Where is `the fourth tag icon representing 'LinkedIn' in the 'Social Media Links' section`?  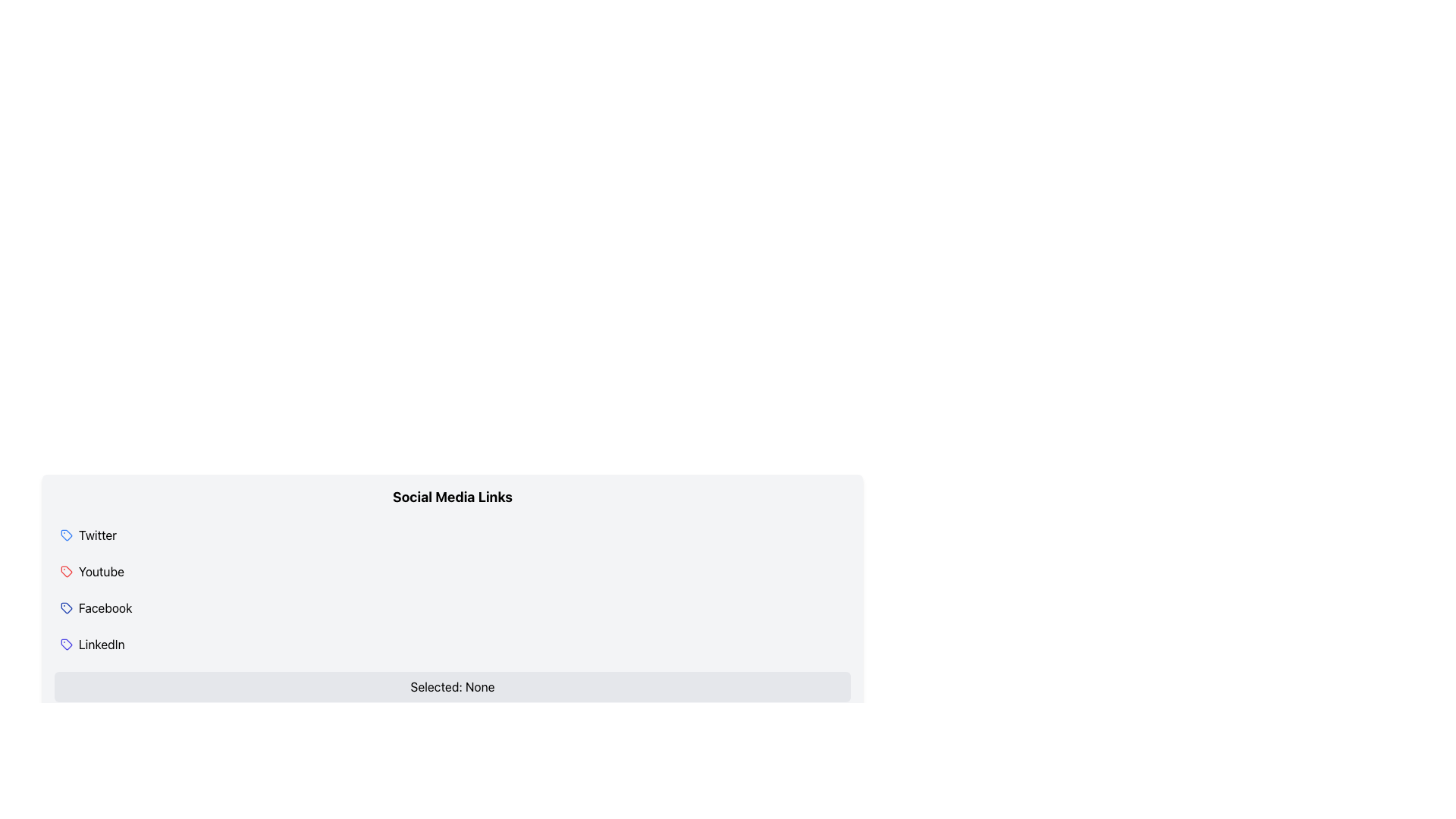
the fourth tag icon representing 'LinkedIn' in the 'Social Media Links' section is located at coordinates (65, 644).